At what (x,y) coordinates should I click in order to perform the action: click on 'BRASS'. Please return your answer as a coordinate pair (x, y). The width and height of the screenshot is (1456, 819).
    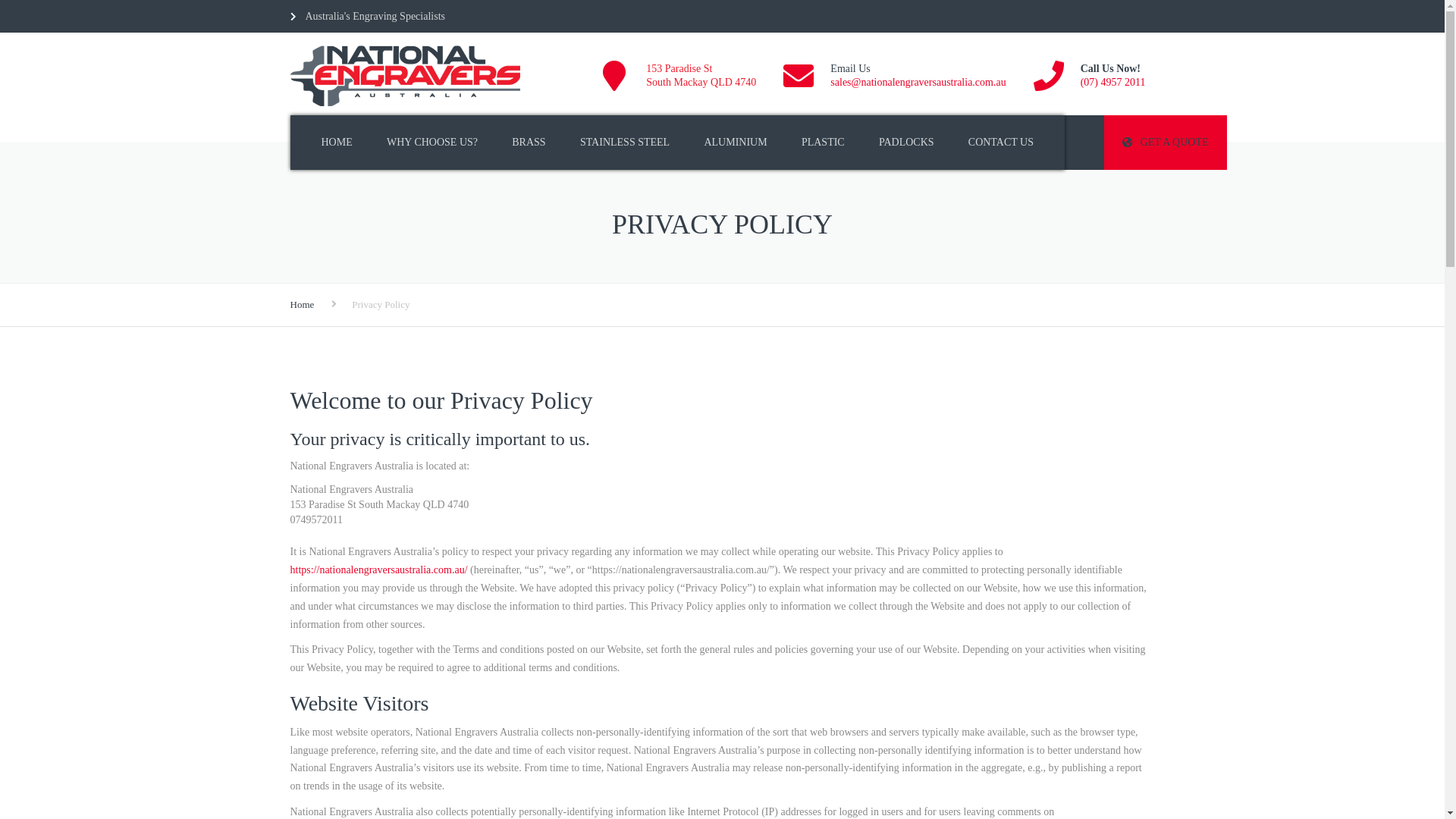
    Looking at the image, I should click on (495, 143).